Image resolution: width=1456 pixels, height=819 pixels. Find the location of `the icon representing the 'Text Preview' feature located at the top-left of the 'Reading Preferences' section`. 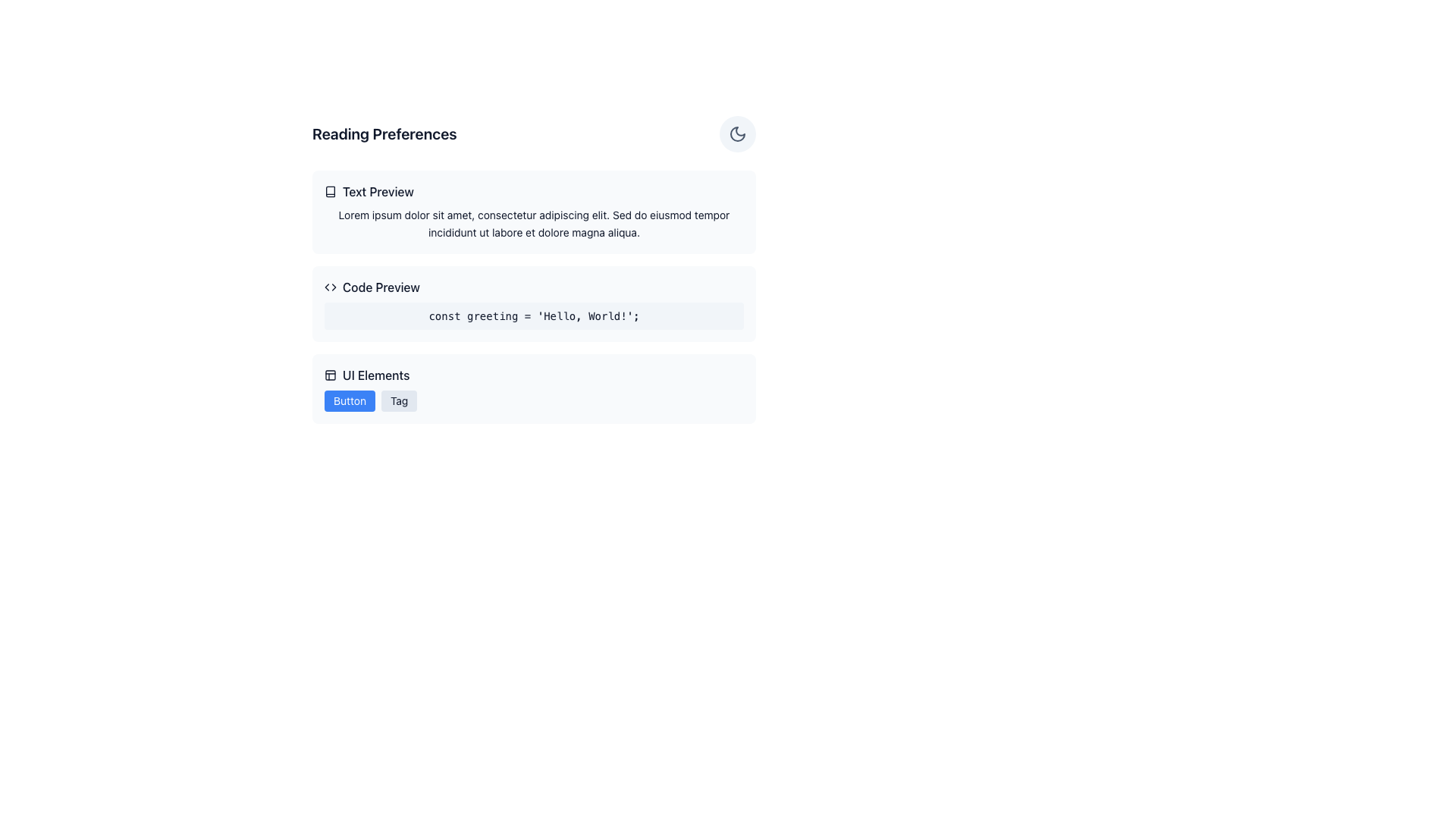

the icon representing the 'Text Preview' feature located at the top-left of the 'Reading Preferences' section is located at coordinates (330, 191).